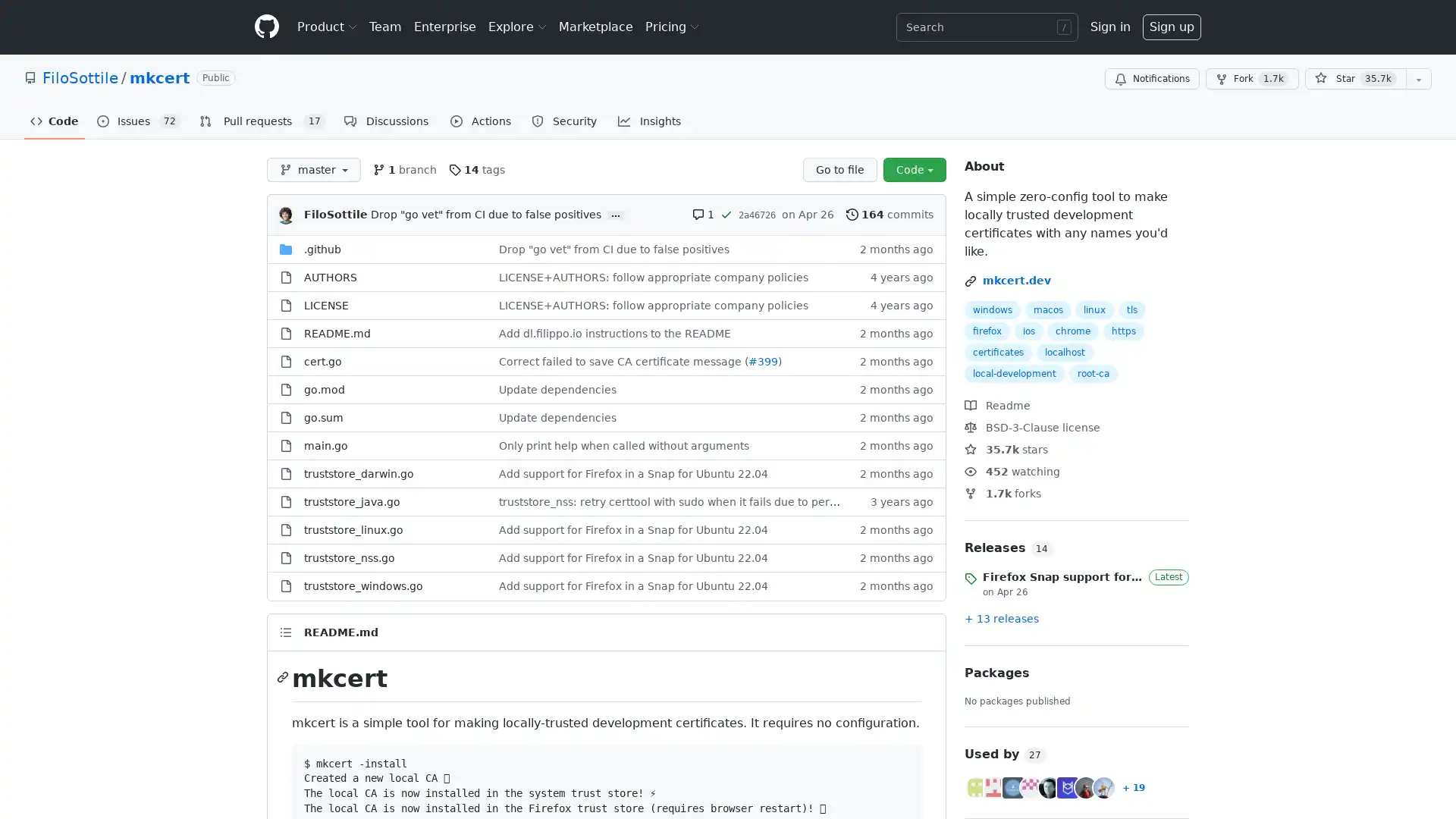  What do you see at coordinates (615, 215) in the screenshot?
I see `...` at bounding box center [615, 215].